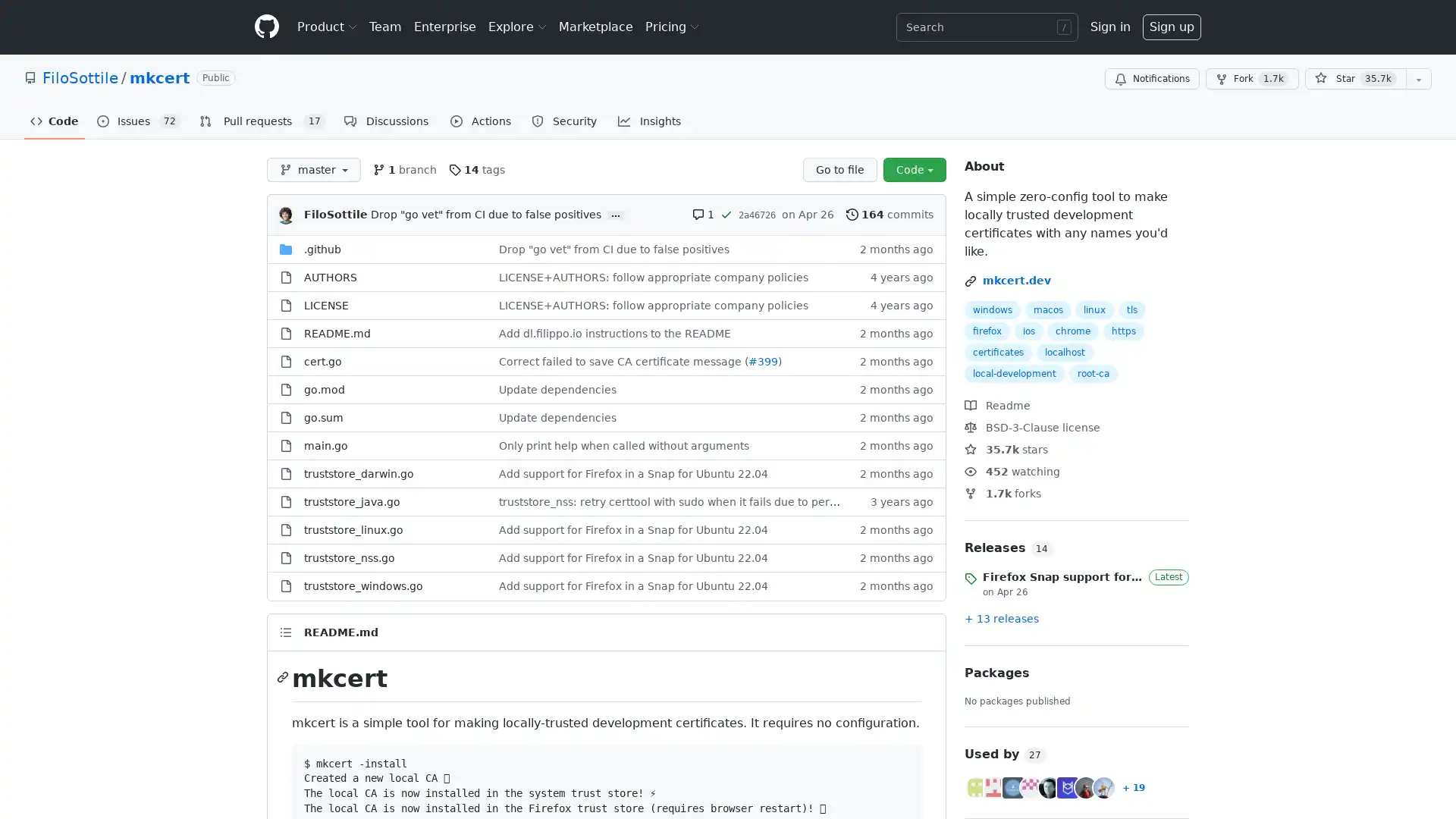  What do you see at coordinates (615, 215) in the screenshot?
I see `...` at bounding box center [615, 215].